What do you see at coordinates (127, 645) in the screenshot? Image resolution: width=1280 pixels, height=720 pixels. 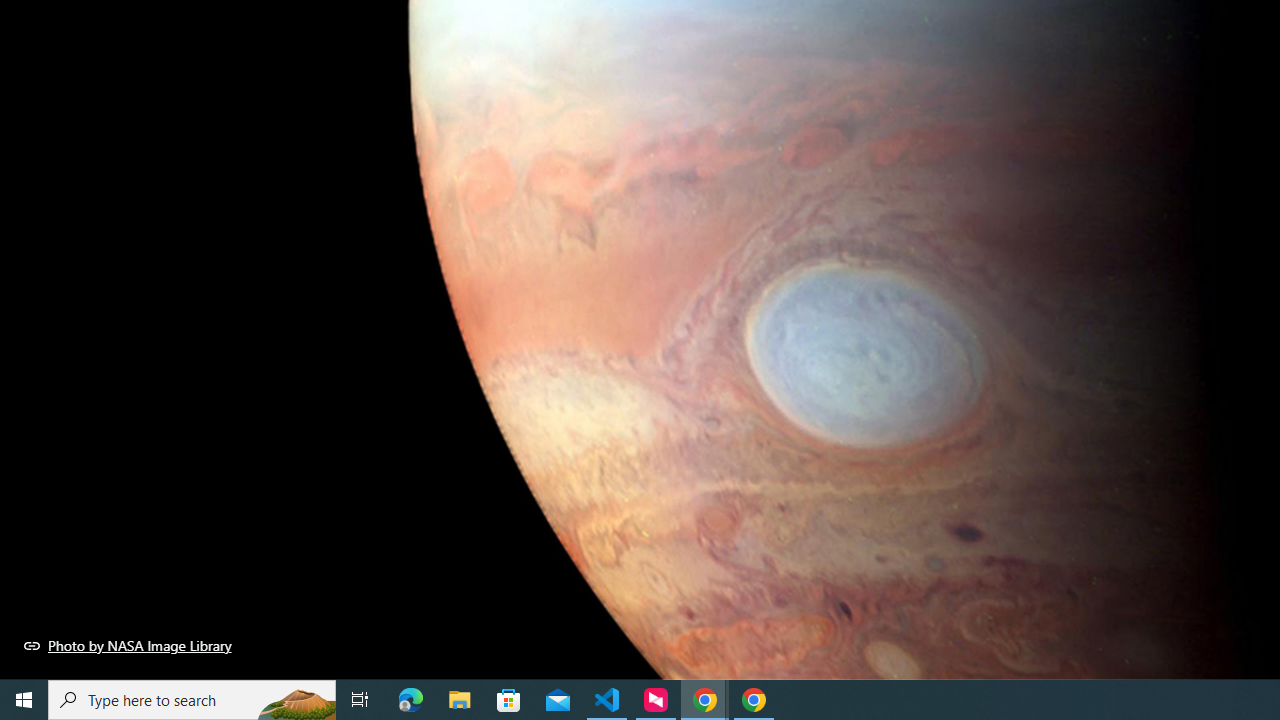 I see `'Photo by NASA Image Library'` at bounding box center [127, 645].